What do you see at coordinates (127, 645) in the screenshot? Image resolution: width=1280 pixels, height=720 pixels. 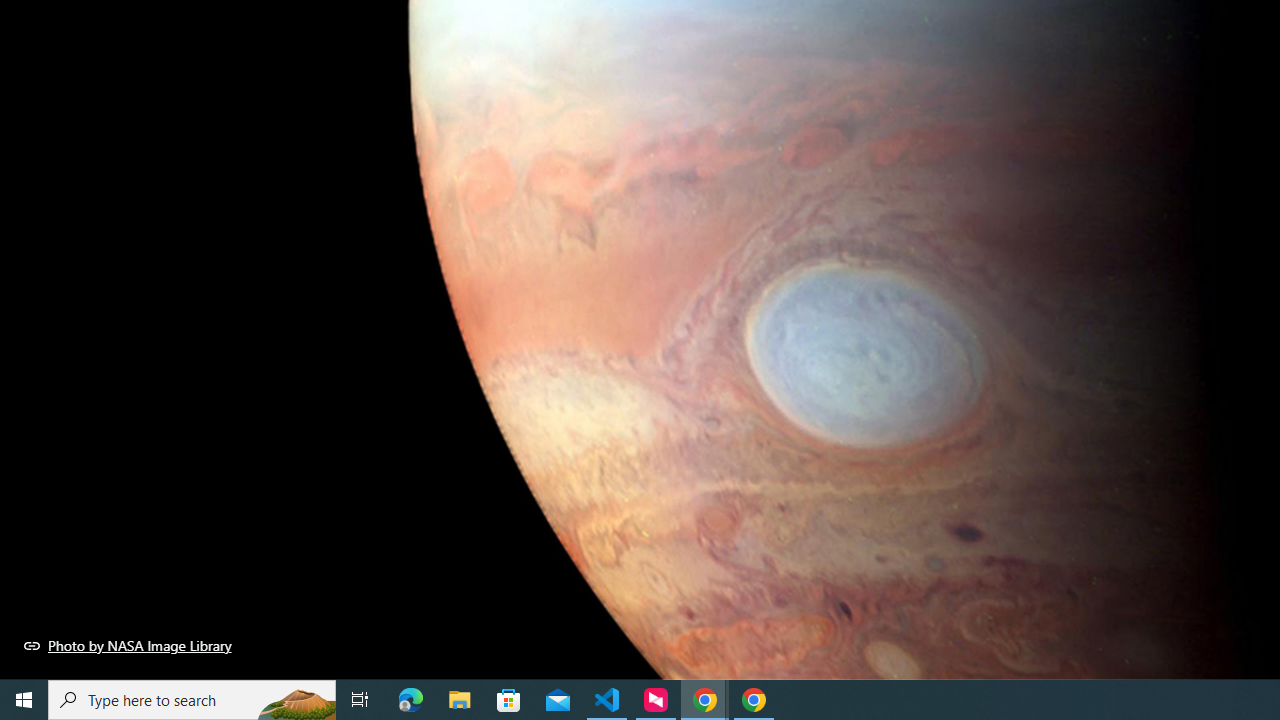 I see `'Photo by NASA Image Library'` at bounding box center [127, 645].